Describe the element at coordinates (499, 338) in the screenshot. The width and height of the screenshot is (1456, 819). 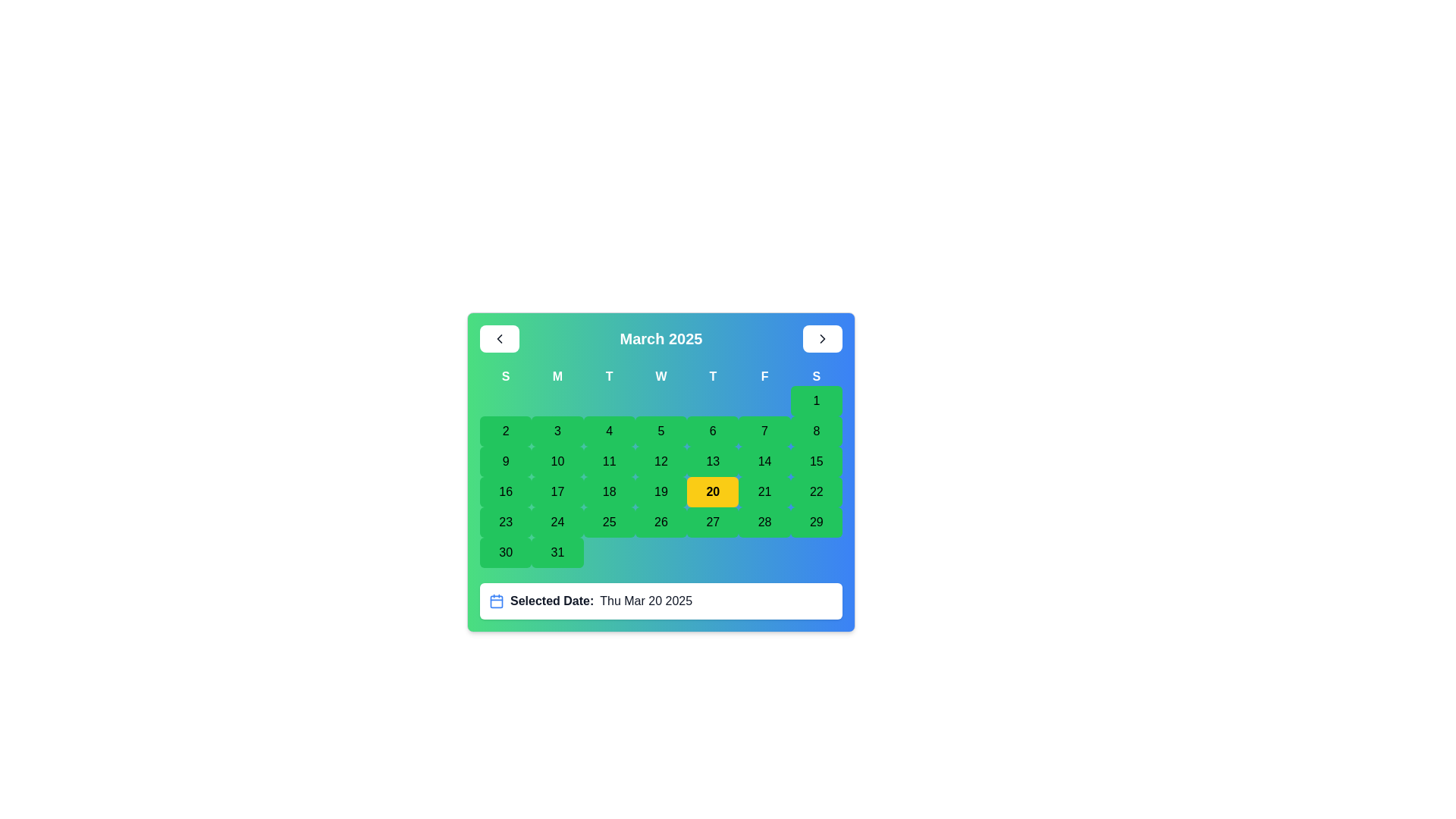
I see `the Chevron Left icon located in the top-left corner of the calendar header` at that location.